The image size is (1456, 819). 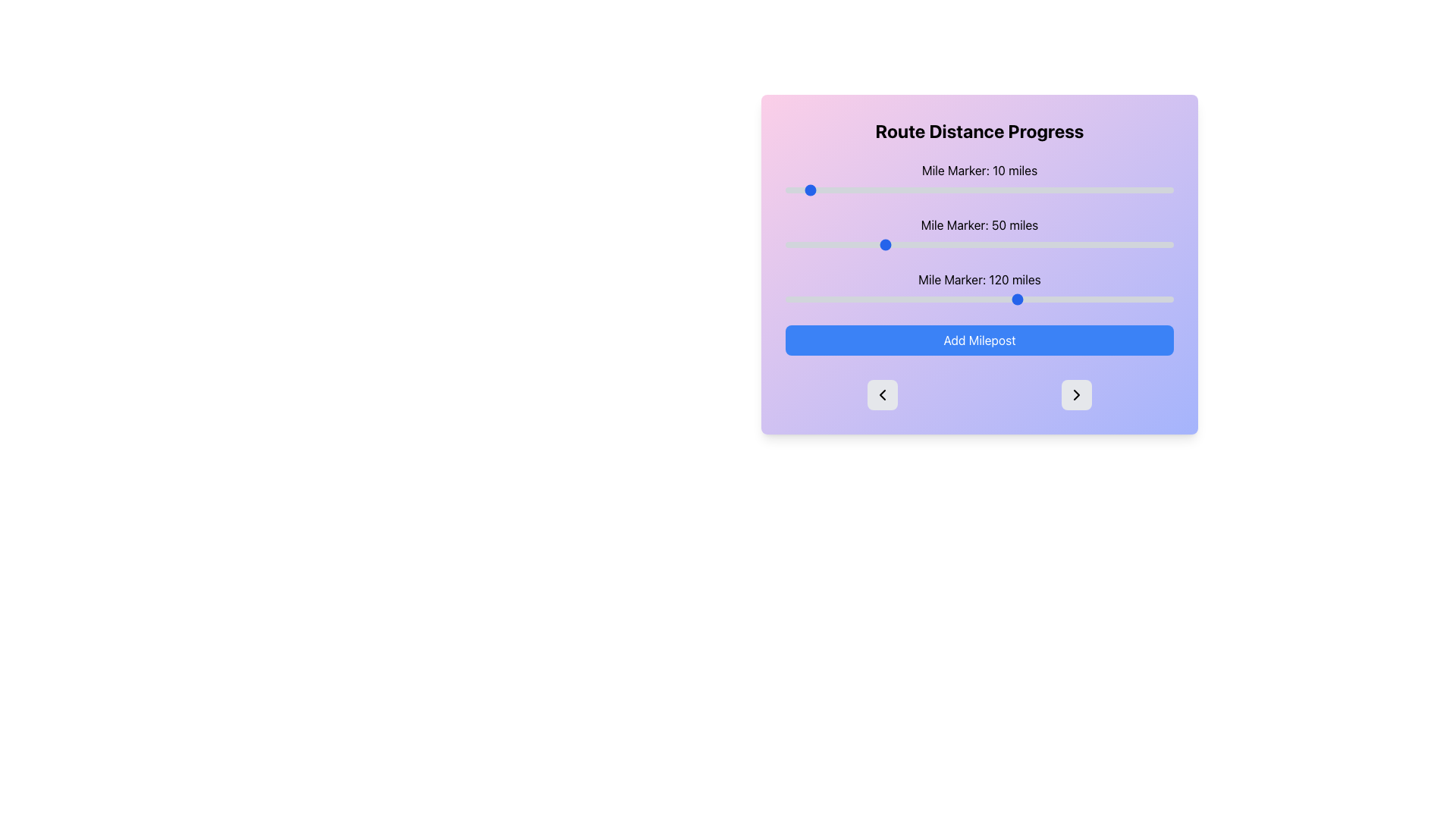 What do you see at coordinates (979, 178) in the screenshot?
I see `the slider for 'Mile Marker: 10 miles'` at bounding box center [979, 178].